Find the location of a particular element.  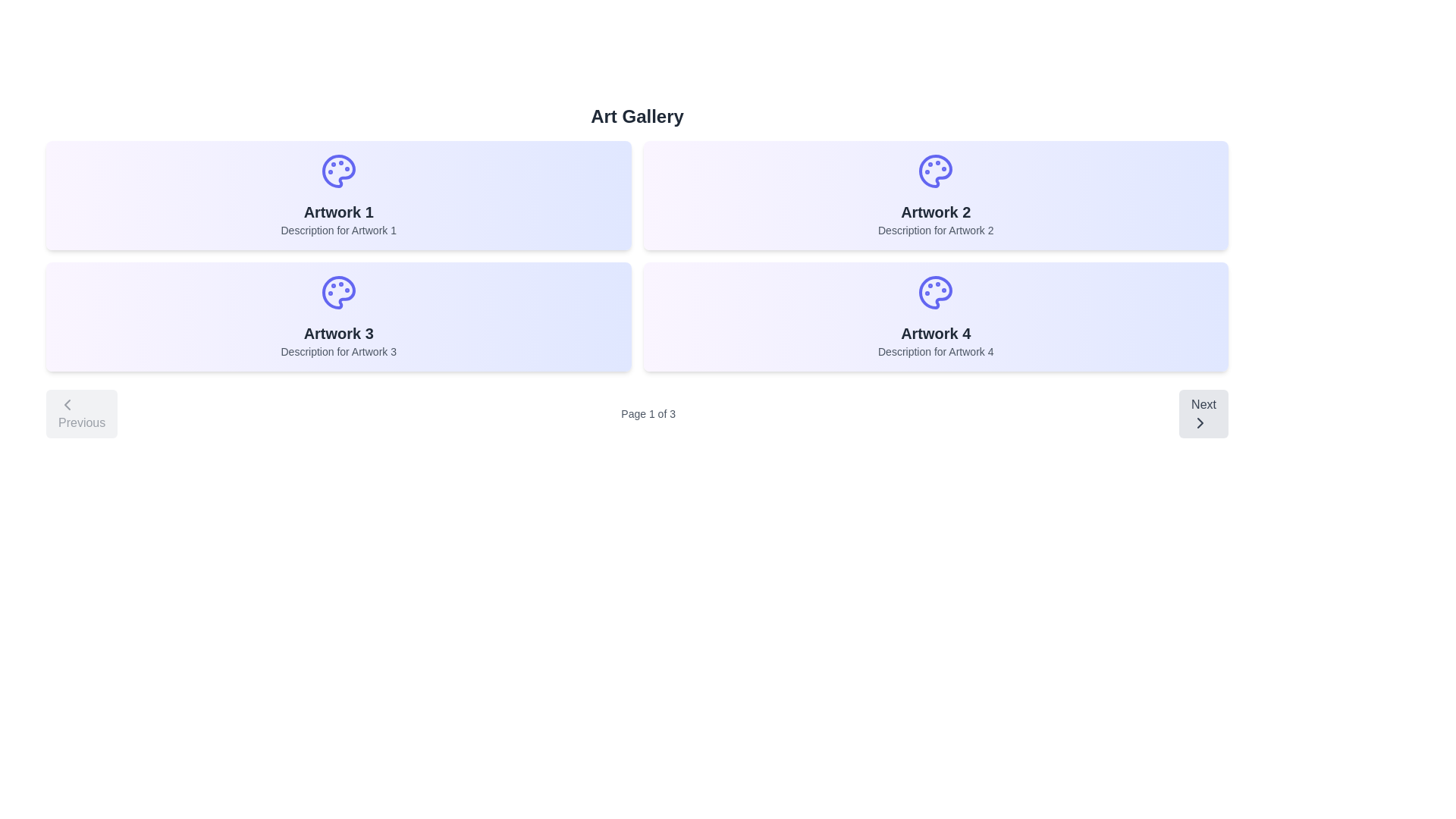

the icon representing artwork or creativity, which is located above the text title in the 'Artwork 2' card, the second card in the top row is located at coordinates (935, 171).